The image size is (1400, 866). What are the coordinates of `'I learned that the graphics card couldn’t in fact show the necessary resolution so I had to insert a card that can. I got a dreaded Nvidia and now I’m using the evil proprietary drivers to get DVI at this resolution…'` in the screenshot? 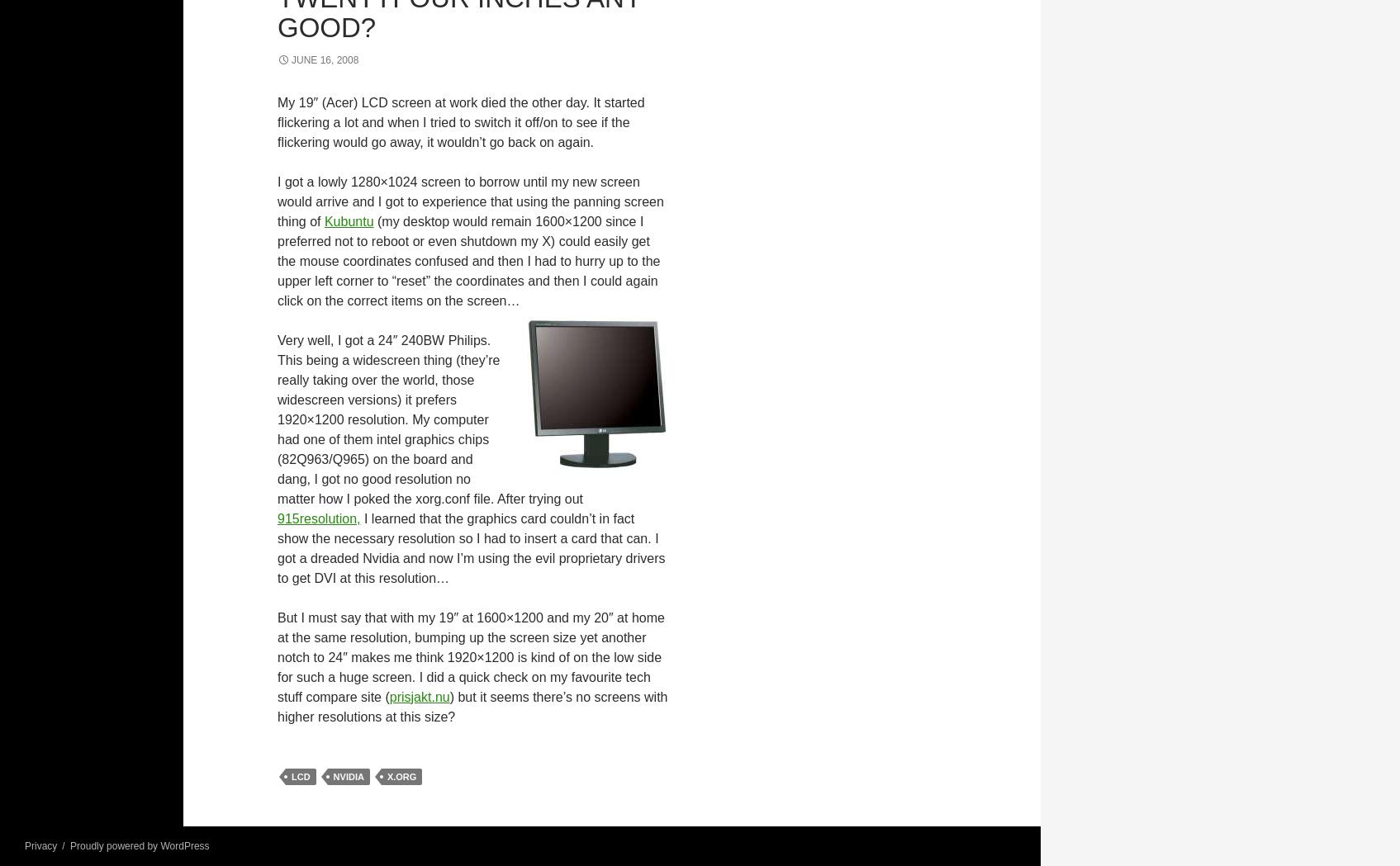 It's located at (276, 547).